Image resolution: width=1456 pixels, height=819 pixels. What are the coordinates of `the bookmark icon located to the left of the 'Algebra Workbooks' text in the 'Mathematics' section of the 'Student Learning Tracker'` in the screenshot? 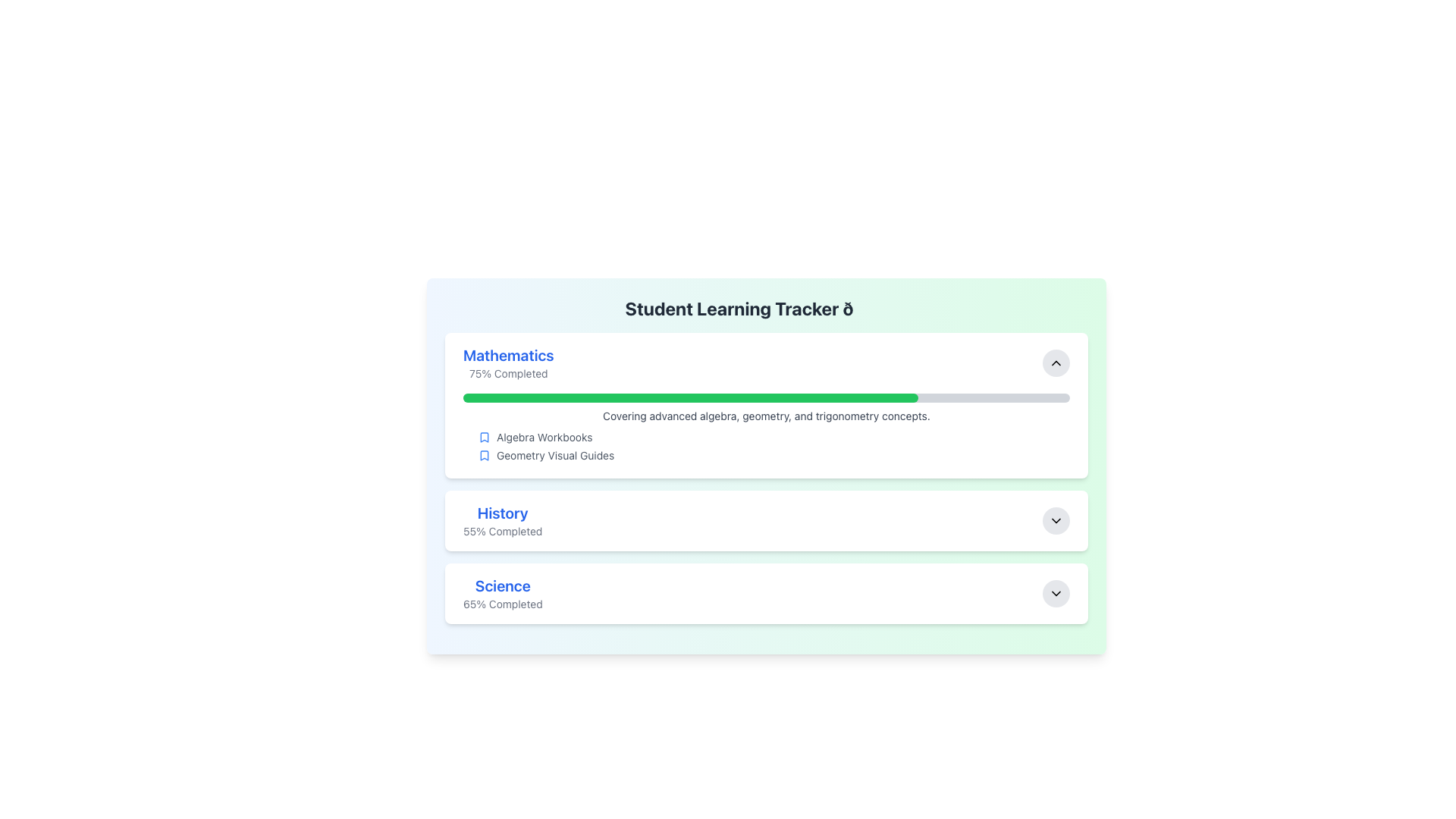 It's located at (483, 438).